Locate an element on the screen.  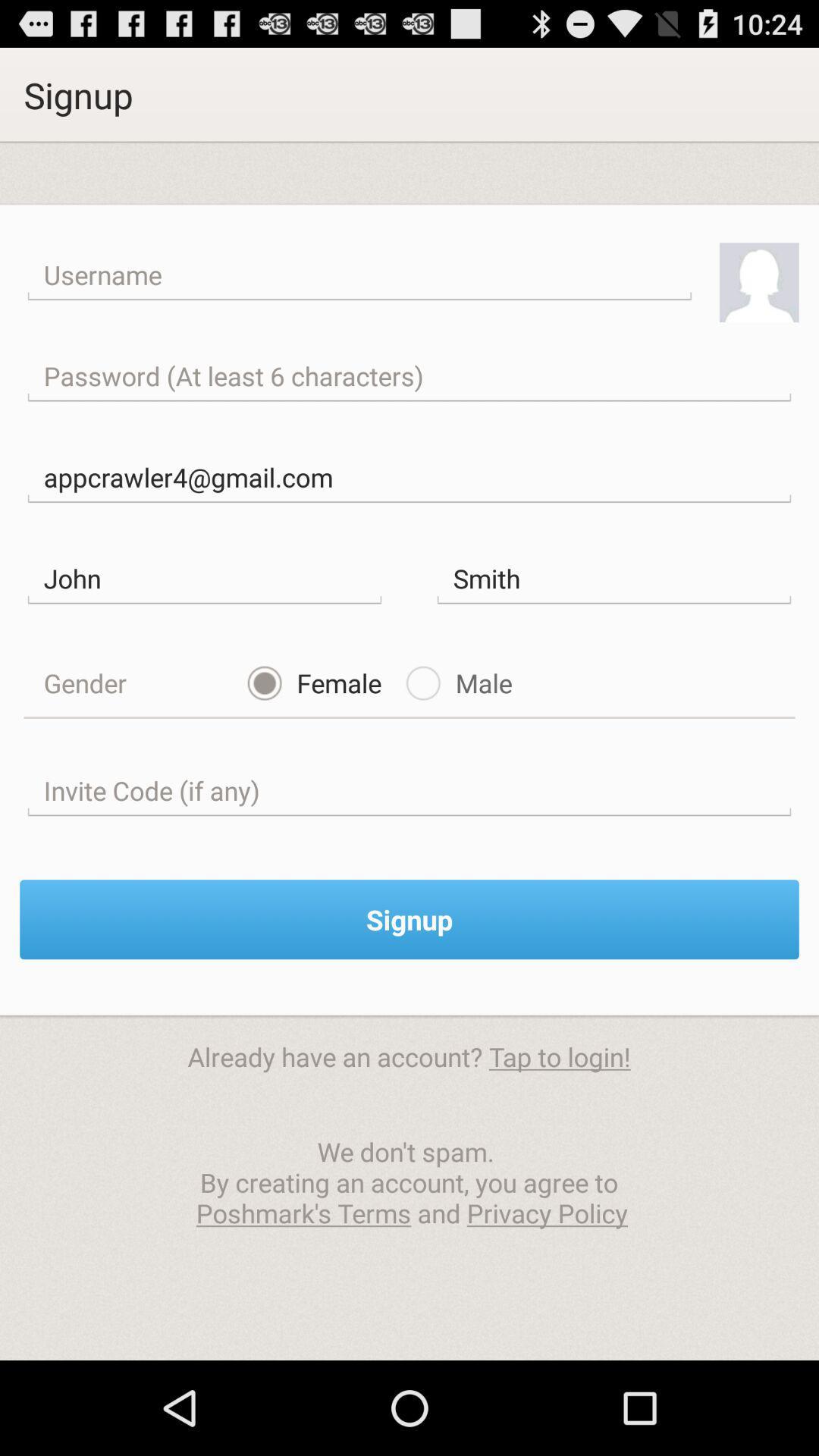
type username is located at coordinates (359, 275).